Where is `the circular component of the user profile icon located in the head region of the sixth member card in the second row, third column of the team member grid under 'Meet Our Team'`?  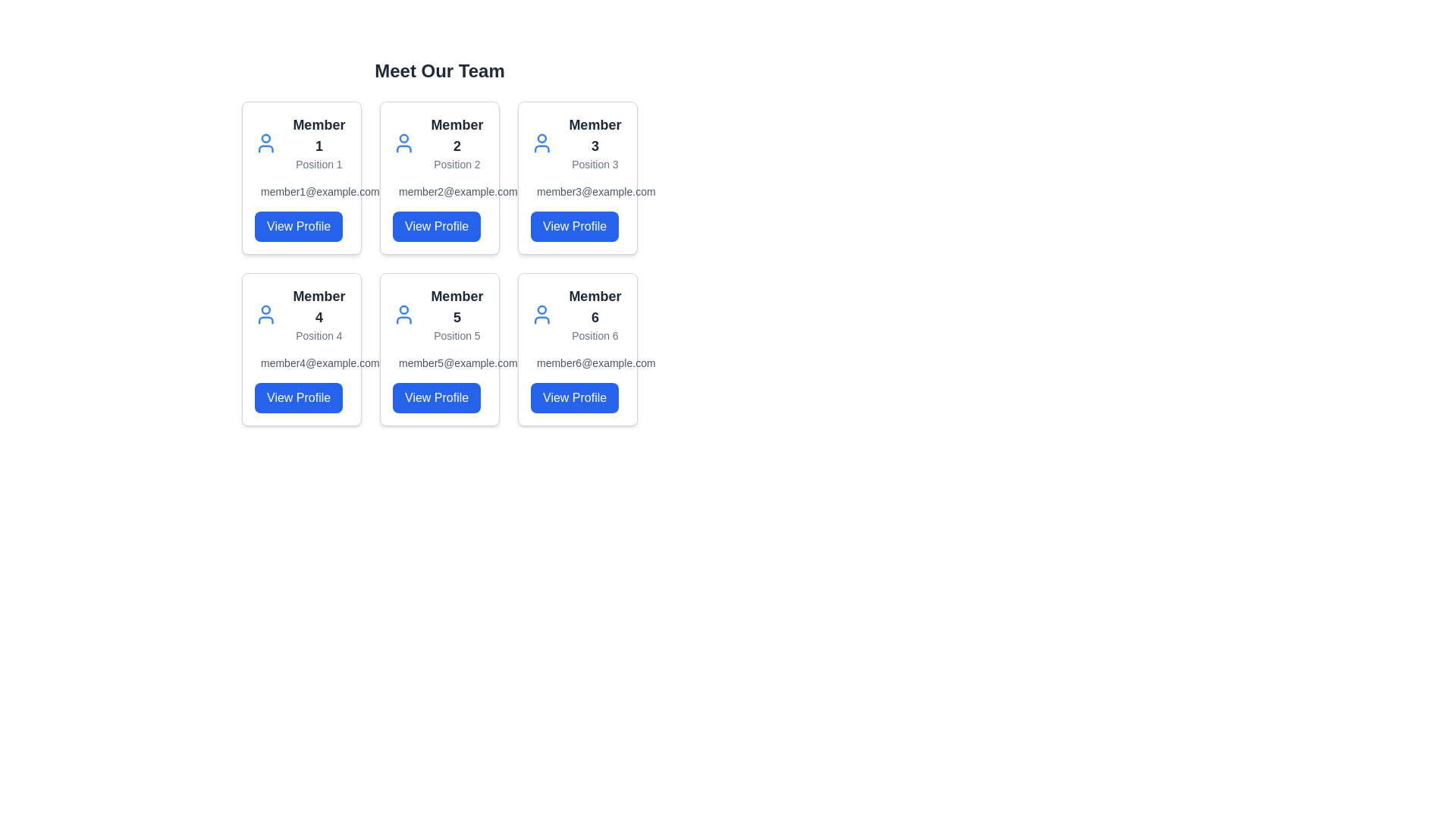 the circular component of the user profile icon located in the head region of the sixth member card in the second row, third column of the team member grid under 'Meet Our Team' is located at coordinates (541, 309).